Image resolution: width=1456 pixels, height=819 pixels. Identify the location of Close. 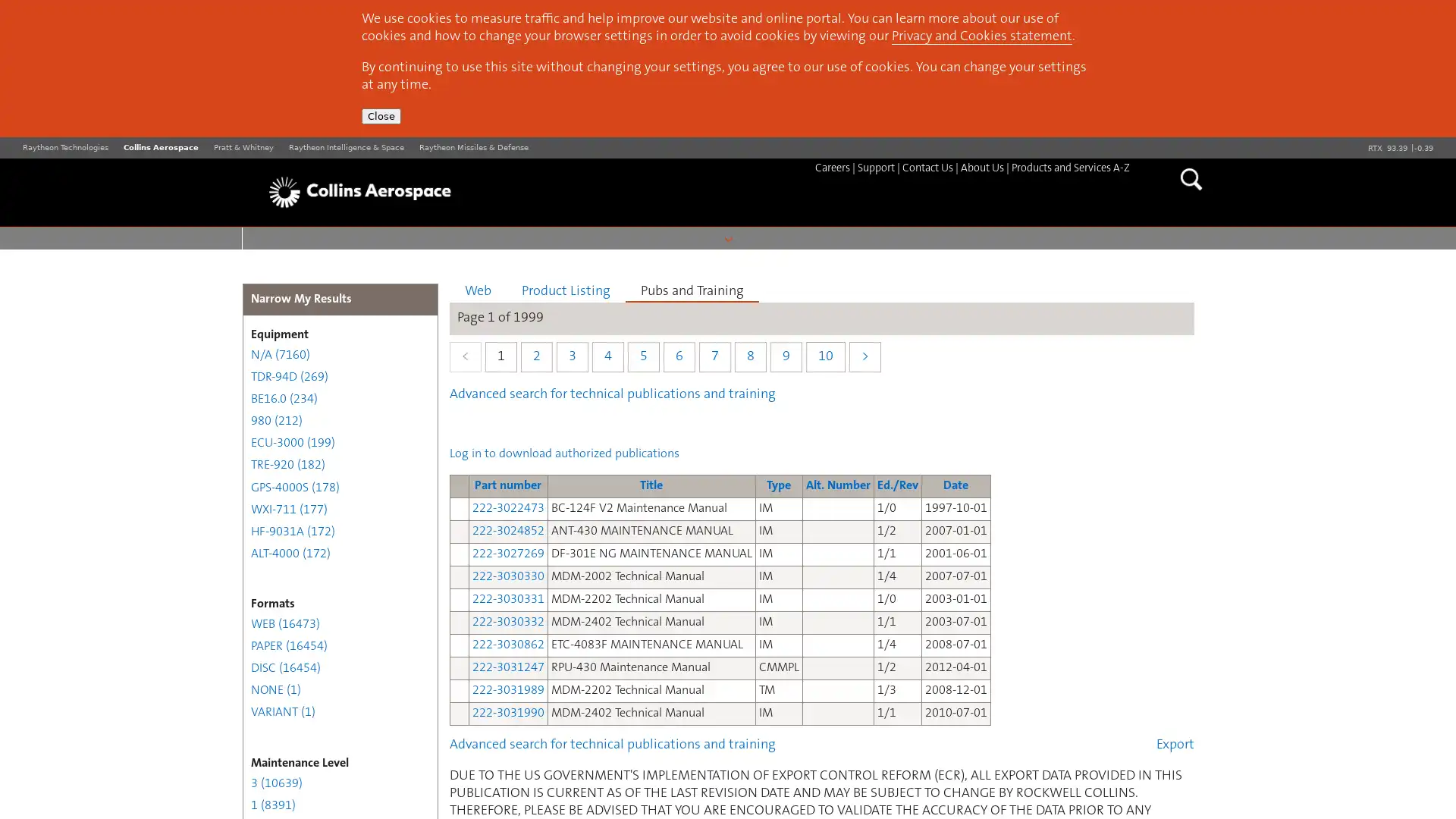
(381, 115).